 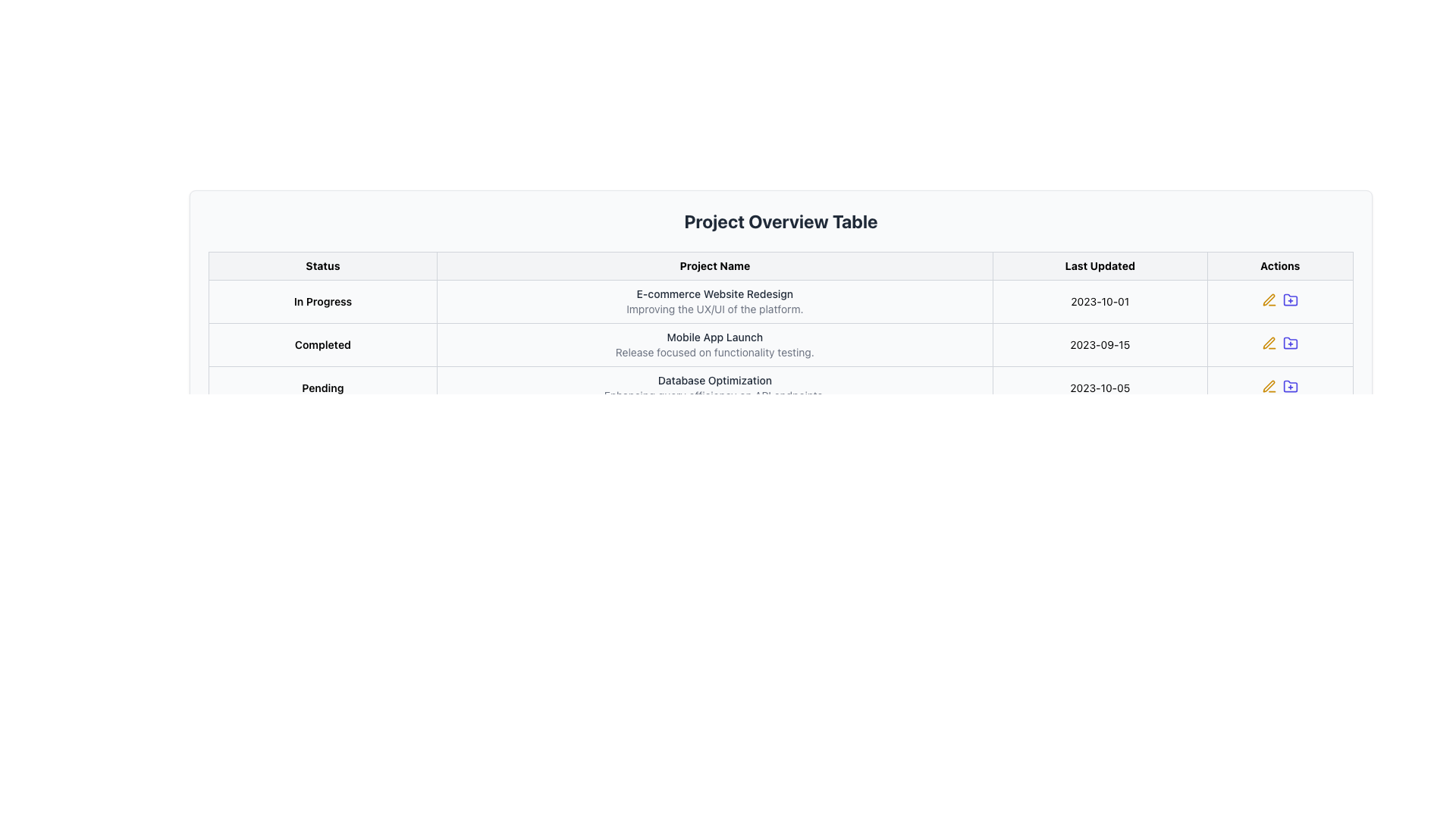 What do you see at coordinates (322, 345) in the screenshot?
I see `the text label indicating the status of the project or task in the second row of the 'Status' column of the table, which shows that it is completed` at bounding box center [322, 345].